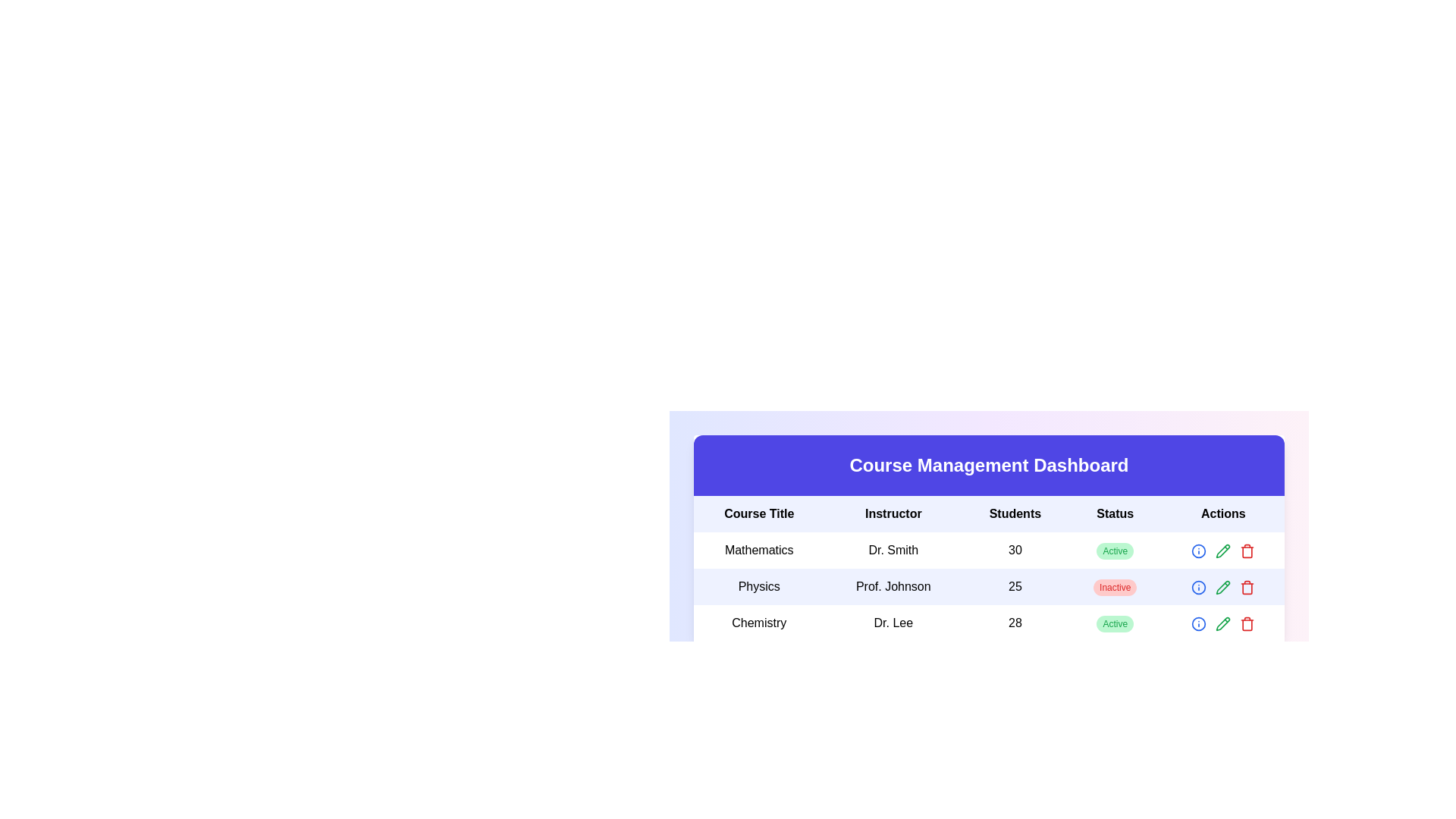 This screenshot has width=1456, height=819. What do you see at coordinates (1223, 623) in the screenshot?
I see `the pencil icon in the Actions column of the Chemistry row to initiate editing` at bounding box center [1223, 623].